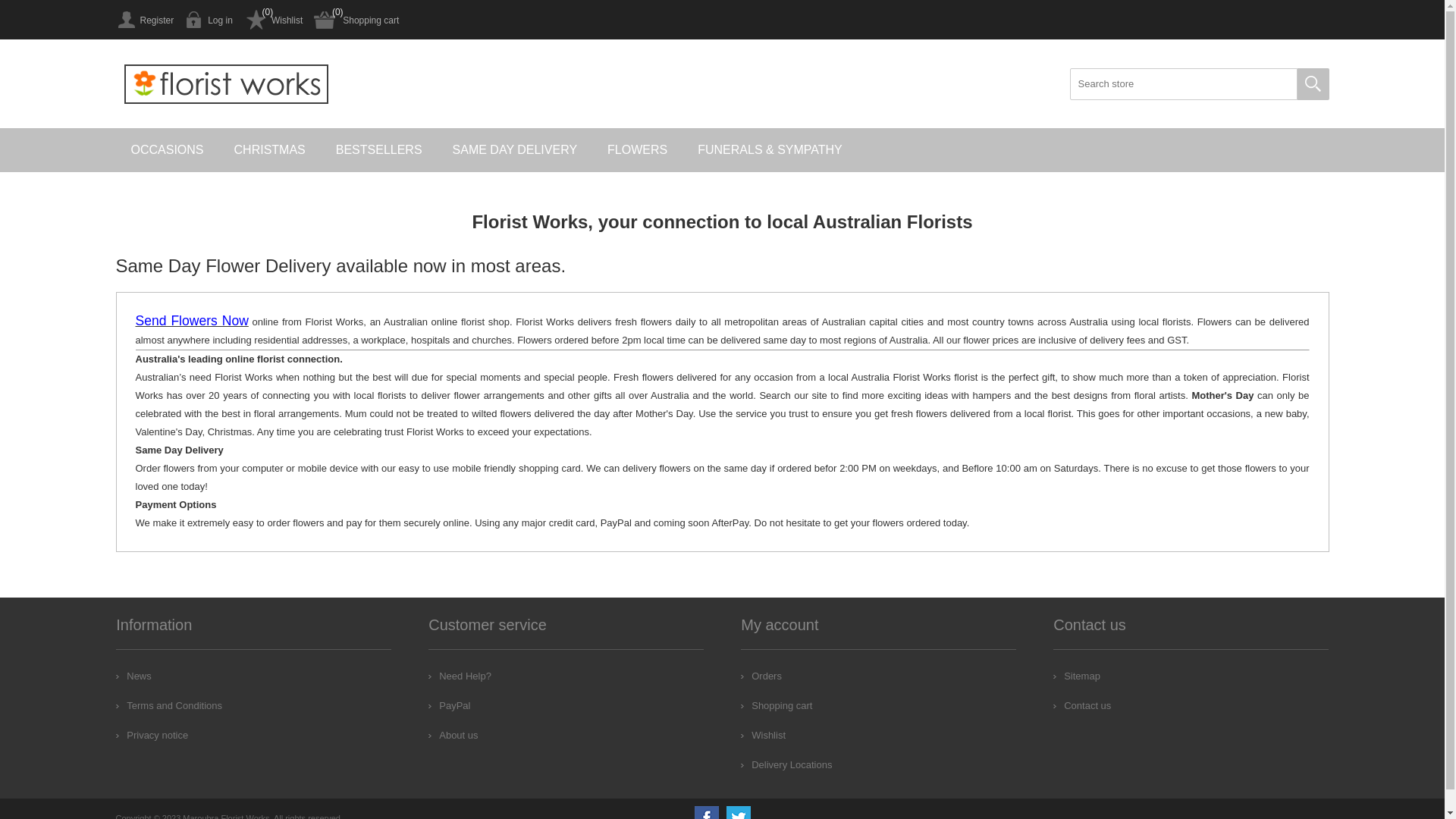 The height and width of the screenshot is (819, 1456). What do you see at coordinates (144, 20) in the screenshot?
I see `'Register'` at bounding box center [144, 20].